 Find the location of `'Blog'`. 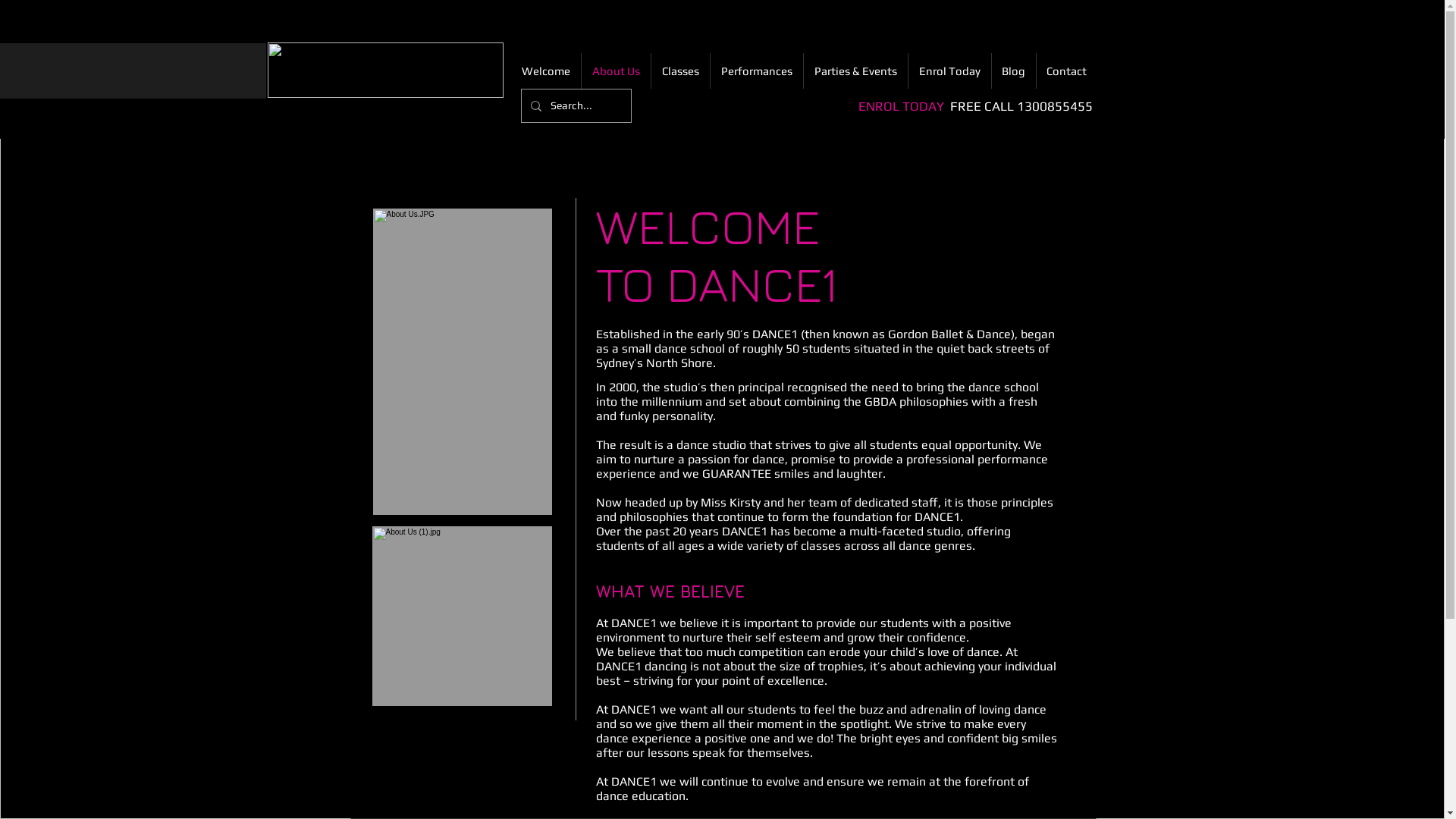

'Blog' is located at coordinates (1014, 71).